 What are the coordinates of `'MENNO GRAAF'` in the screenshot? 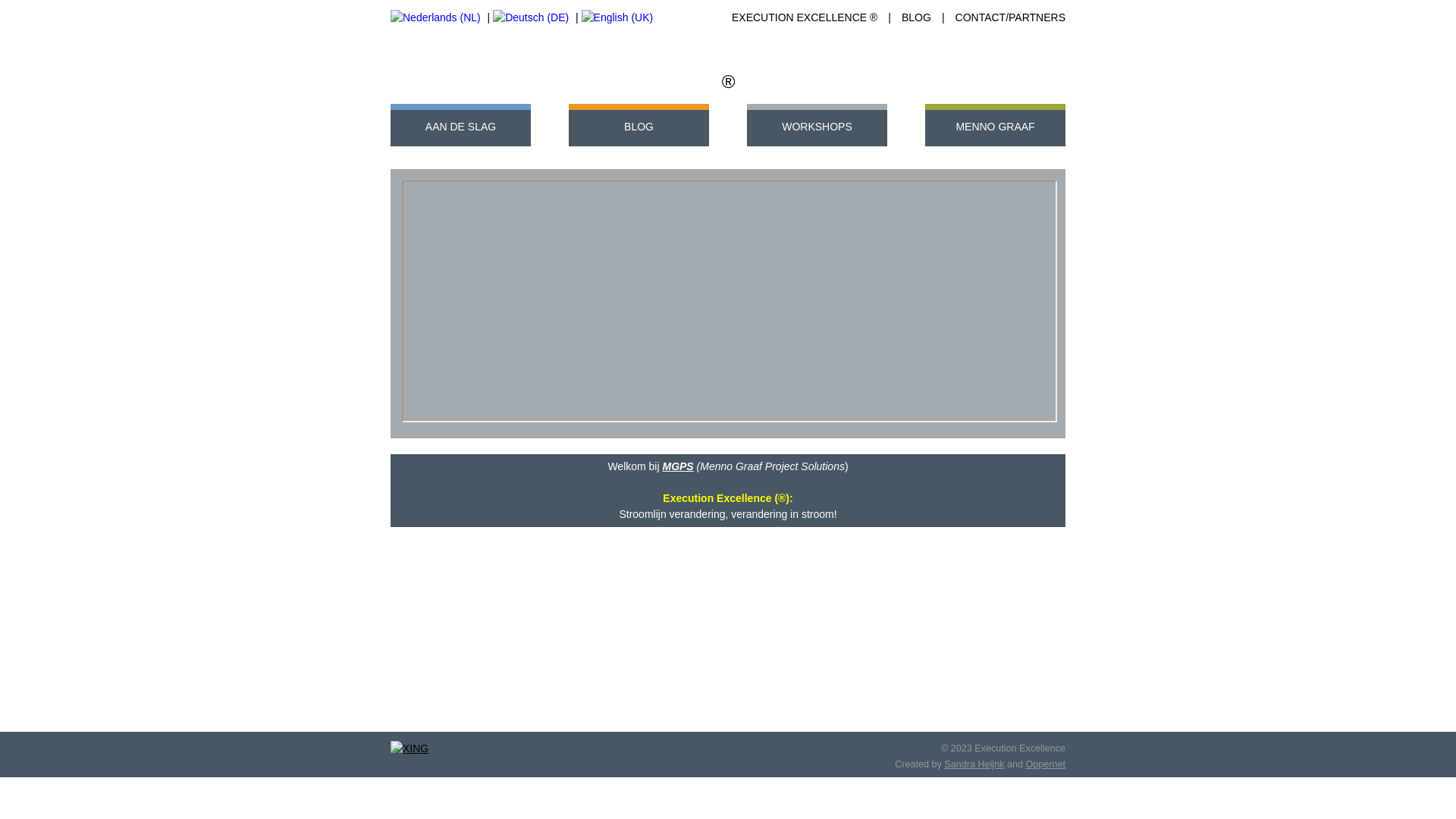 It's located at (995, 127).